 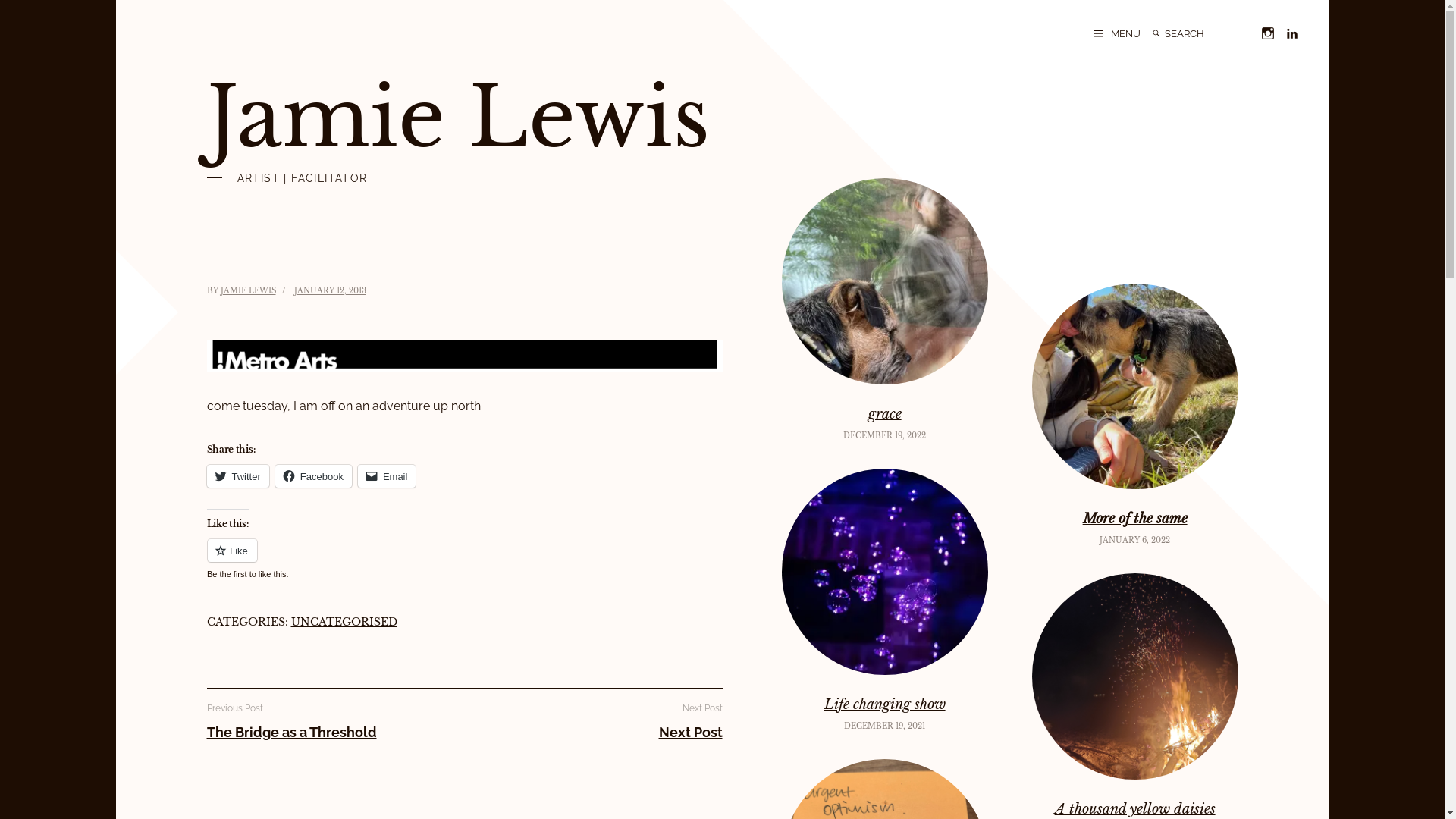 I want to click on 'JANUARY 12, 2013', so click(x=329, y=290).